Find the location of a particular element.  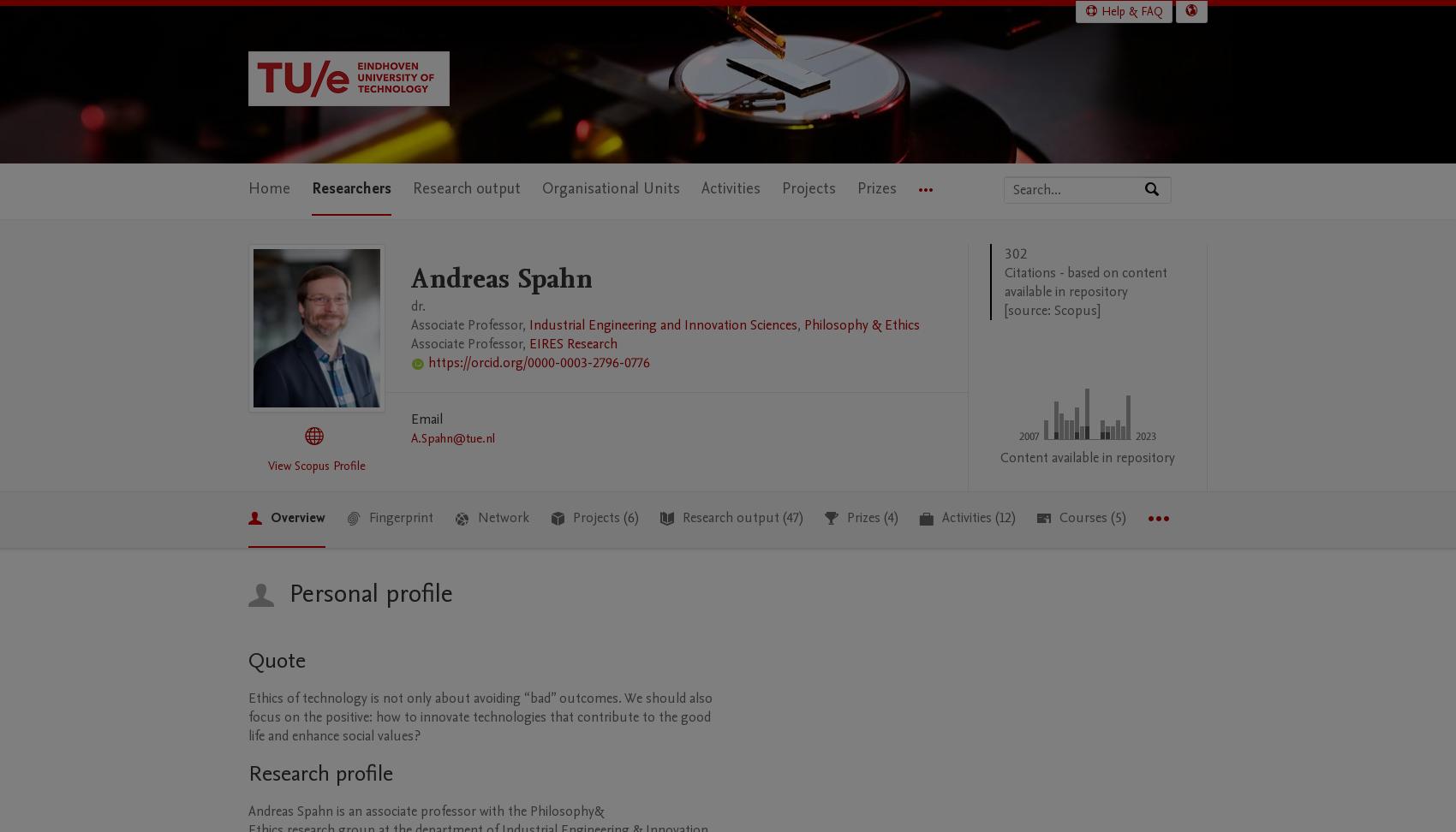

'nl' is located at coordinates (489, 437).